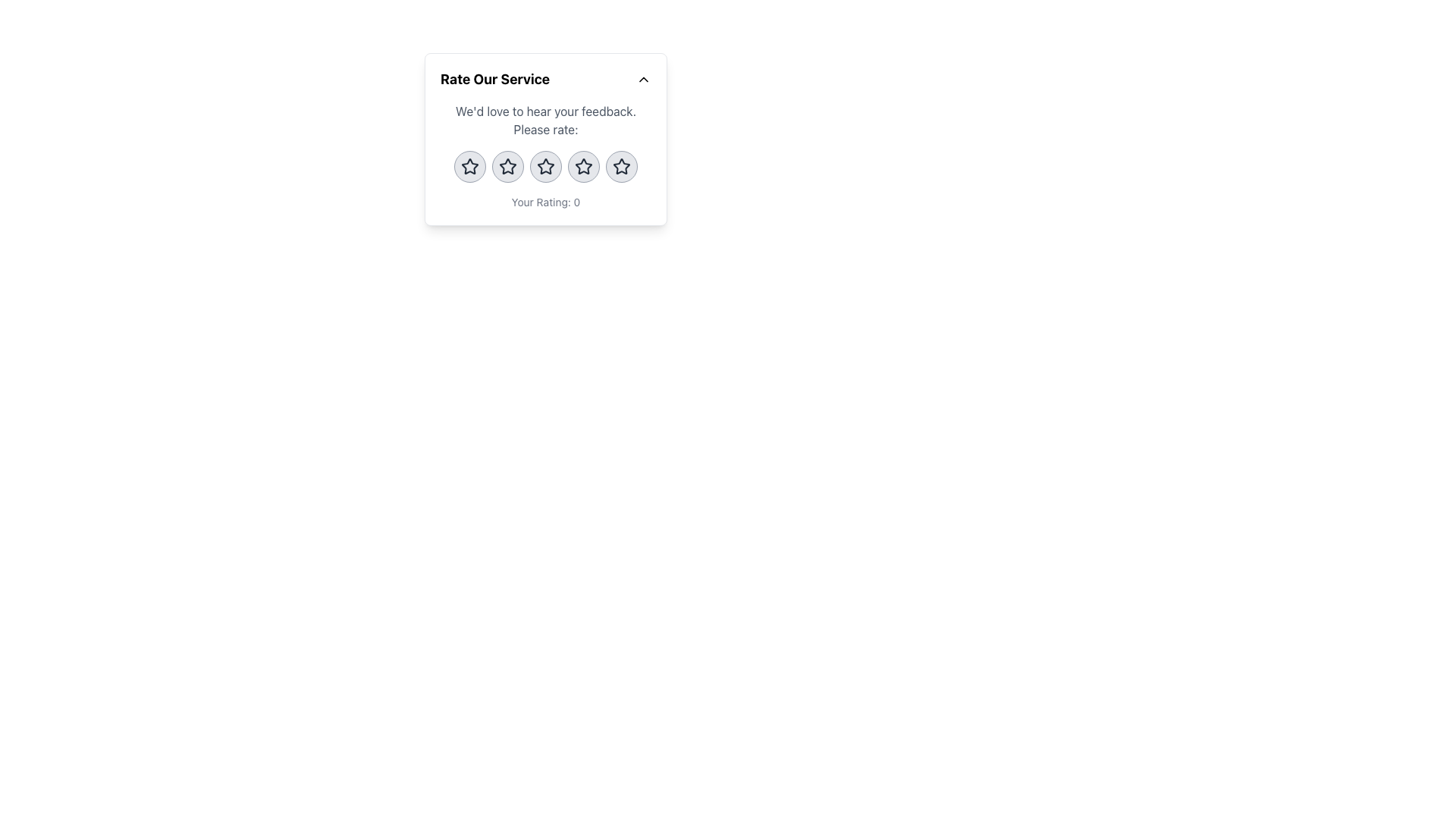 This screenshot has width=1456, height=819. I want to click on the Collapsible Header Title displaying 'Rate Our Service' to emphasize it, so click(546, 79).